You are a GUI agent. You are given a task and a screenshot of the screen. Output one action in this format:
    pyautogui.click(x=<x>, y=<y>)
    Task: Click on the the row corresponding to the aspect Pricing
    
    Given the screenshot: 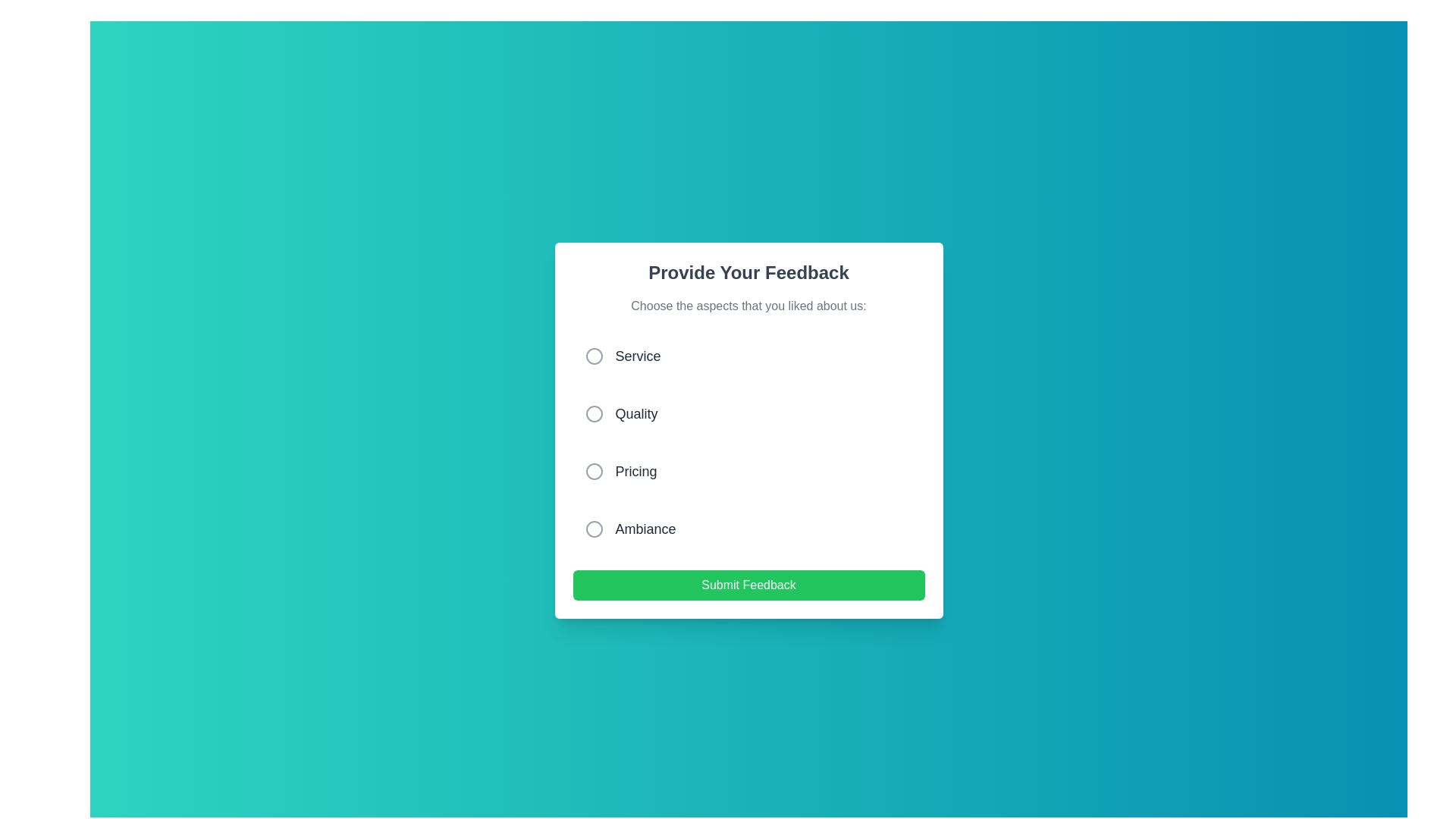 What is the action you would take?
    pyautogui.click(x=748, y=470)
    